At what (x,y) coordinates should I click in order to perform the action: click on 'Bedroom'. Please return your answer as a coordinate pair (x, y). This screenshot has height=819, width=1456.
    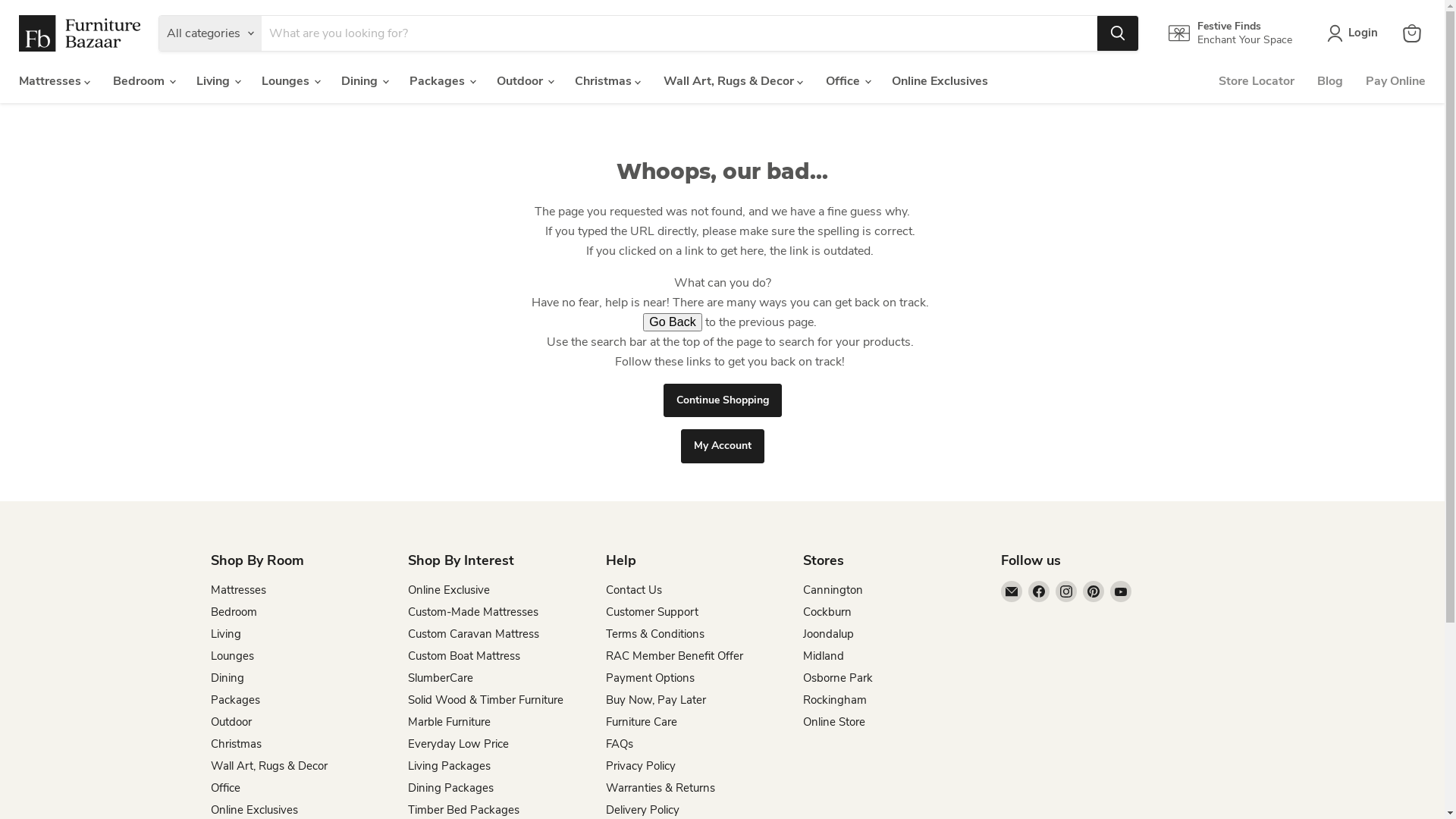
    Looking at the image, I should click on (233, 610).